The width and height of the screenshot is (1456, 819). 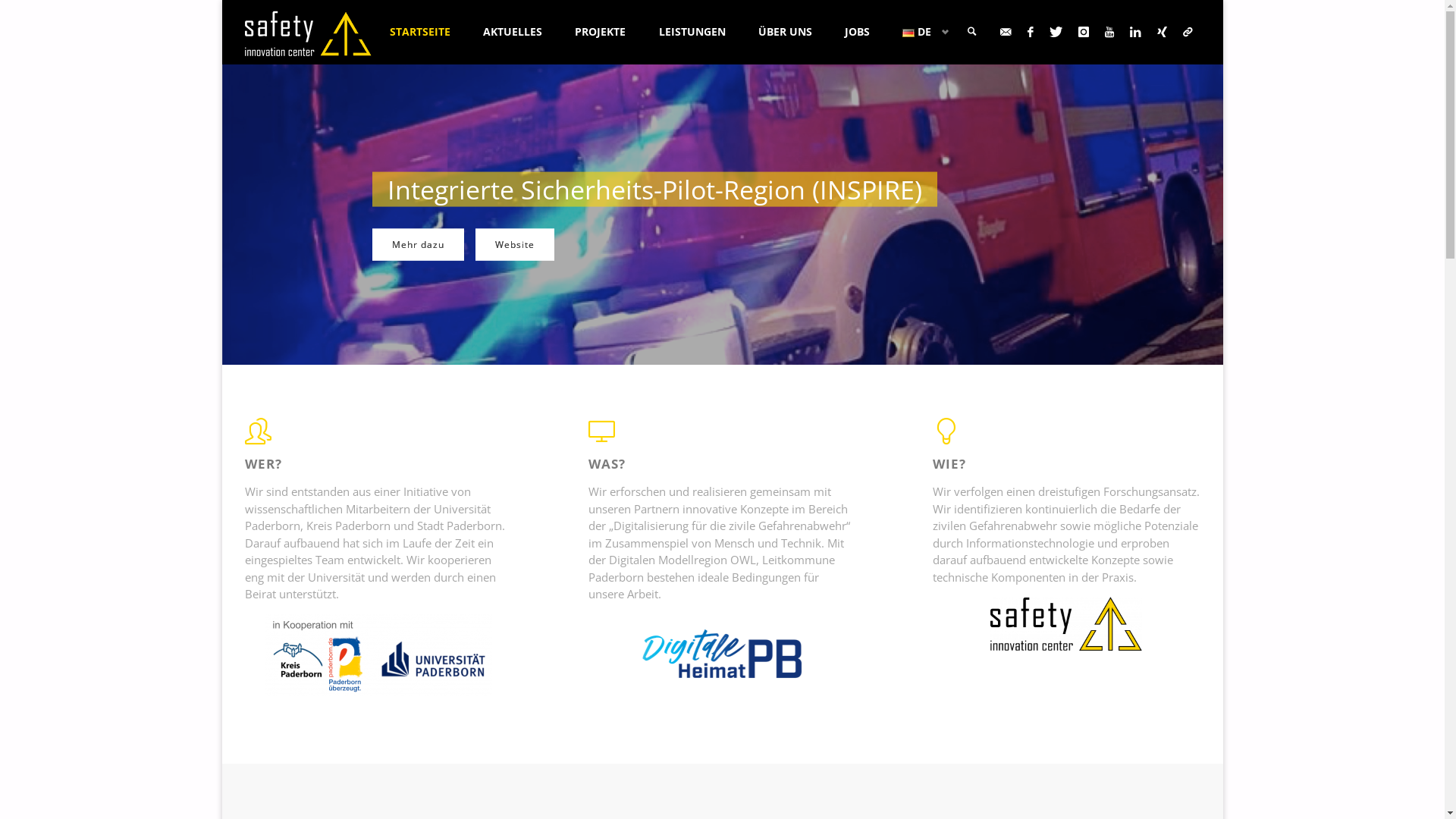 What do you see at coordinates (243, 32) in the screenshot?
I see `'safety innovation center gGmbH'` at bounding box center [243, 32].